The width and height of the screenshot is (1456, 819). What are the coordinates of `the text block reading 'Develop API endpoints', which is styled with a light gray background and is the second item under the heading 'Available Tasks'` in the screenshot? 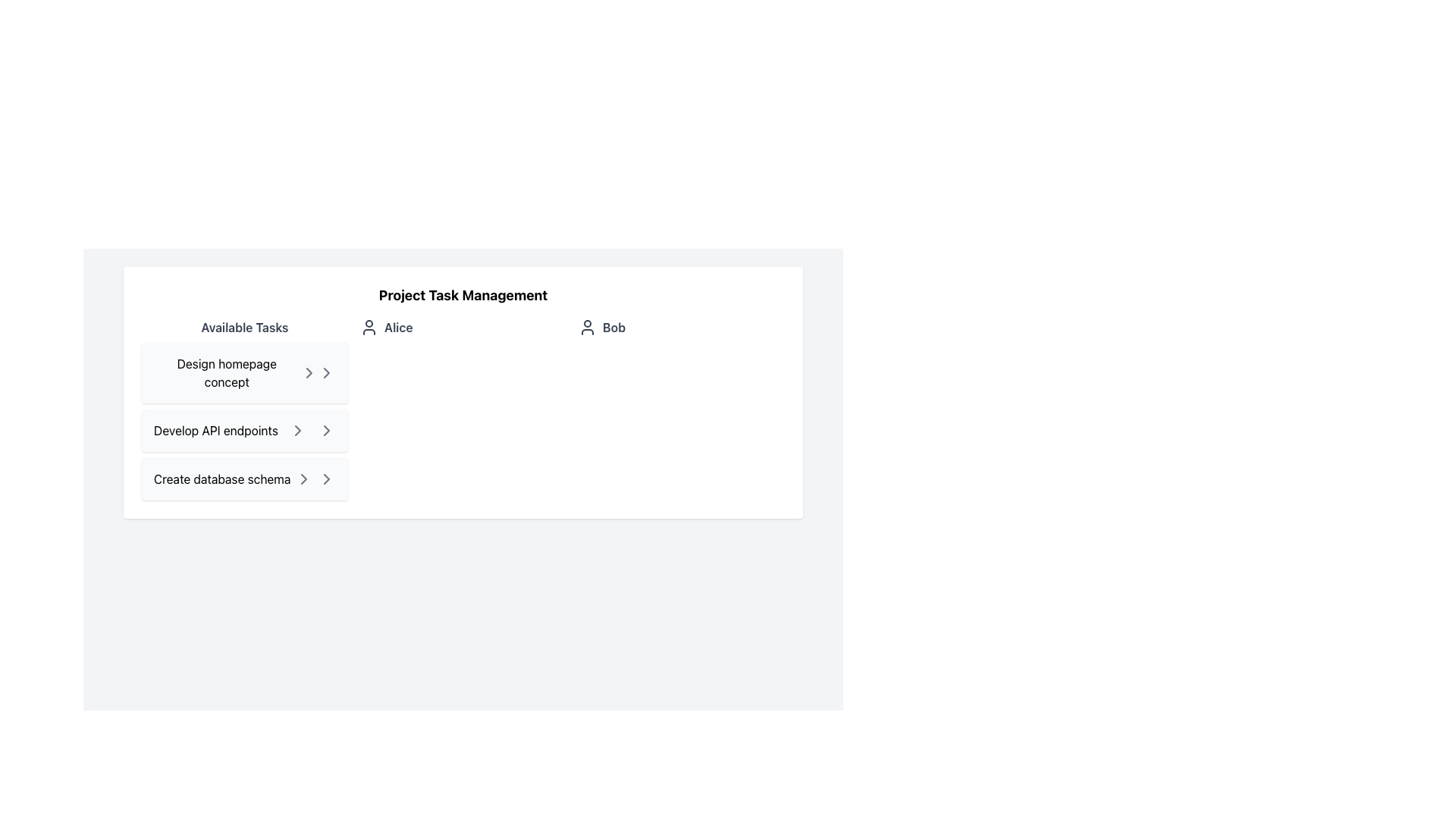 It's located at (244, 421).